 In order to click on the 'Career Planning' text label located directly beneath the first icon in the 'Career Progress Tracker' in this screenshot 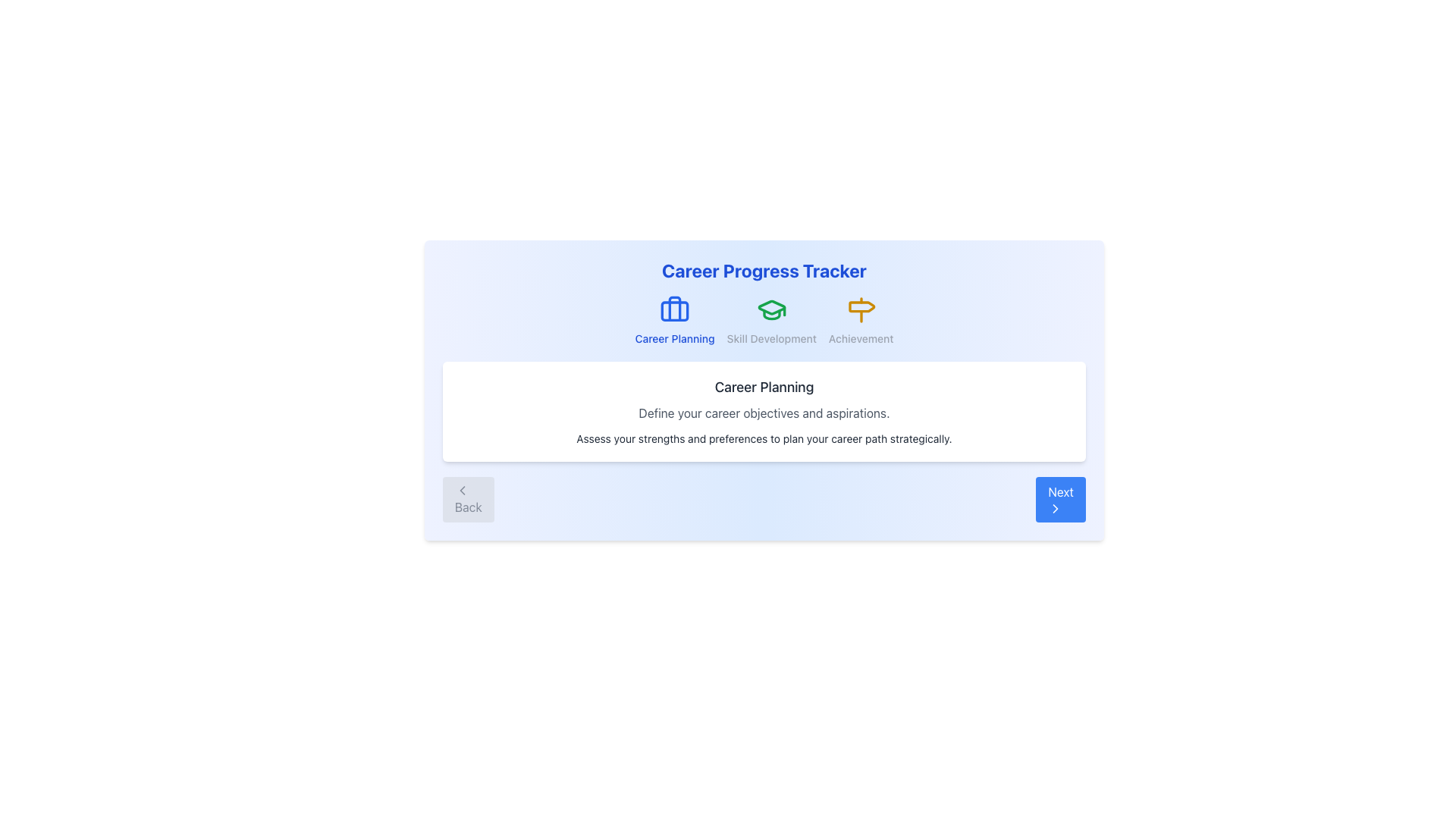, I will do `click(673, 338)`.